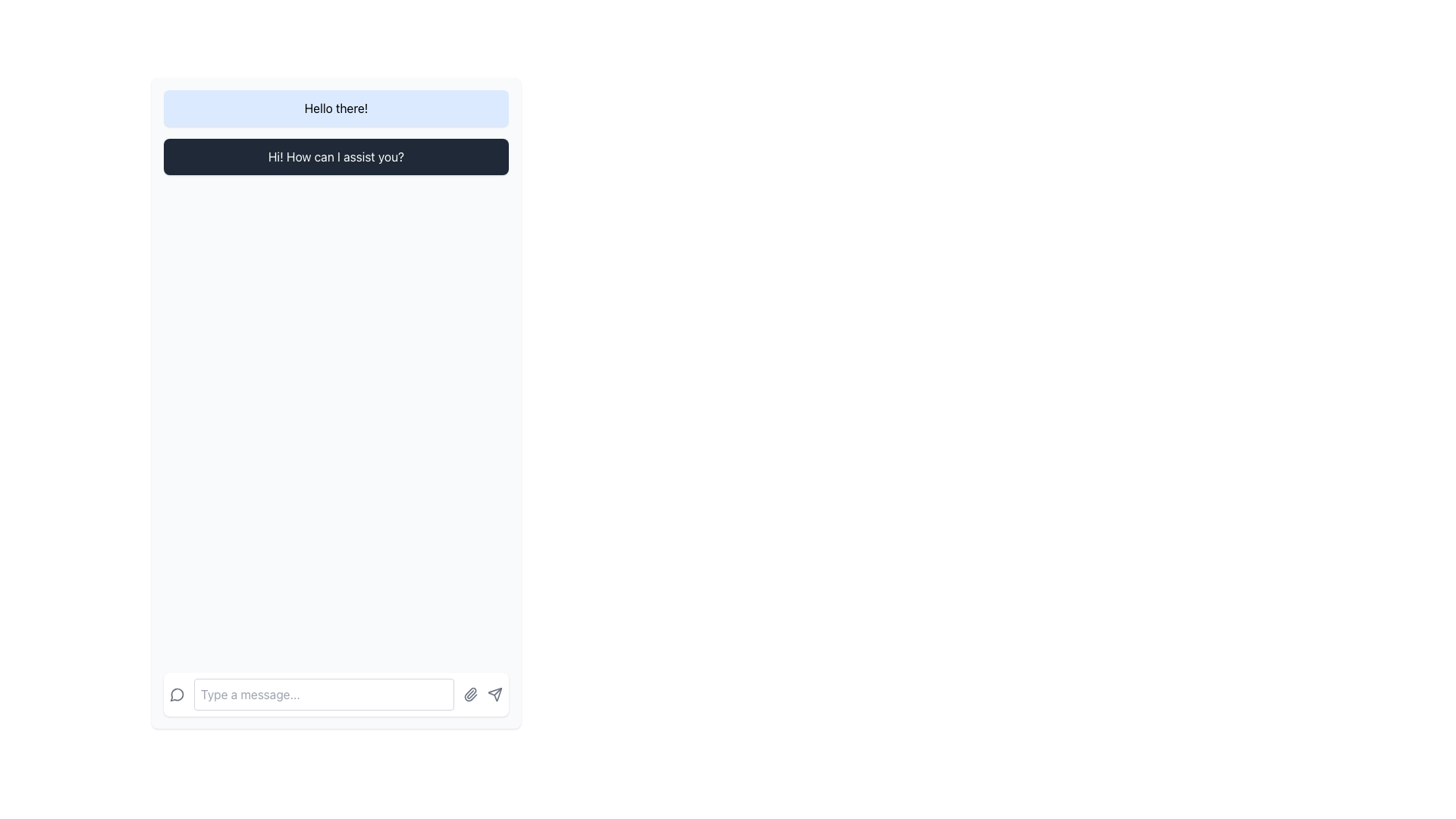 The height and width of the screenshot is (819, 1456). What do you see at coordinates (494, 694) in the screenshot?
I see `the send icon button located at the far right of the chat input area to change its color` at bounding box center [494, 694].